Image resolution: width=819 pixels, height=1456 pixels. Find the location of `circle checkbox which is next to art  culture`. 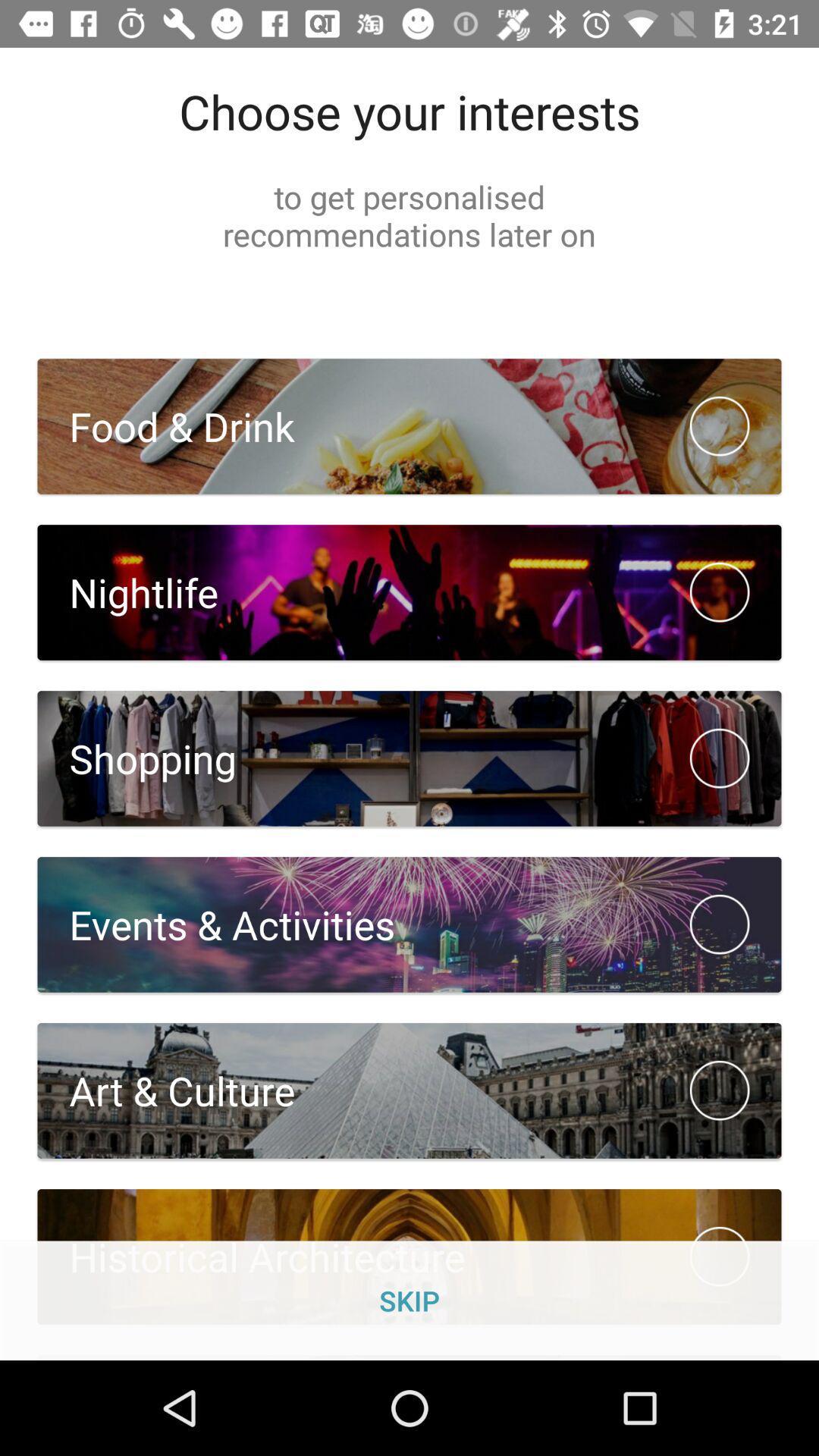

circle checkbox which is next to art  culture is located at coordinates (719, 1090).